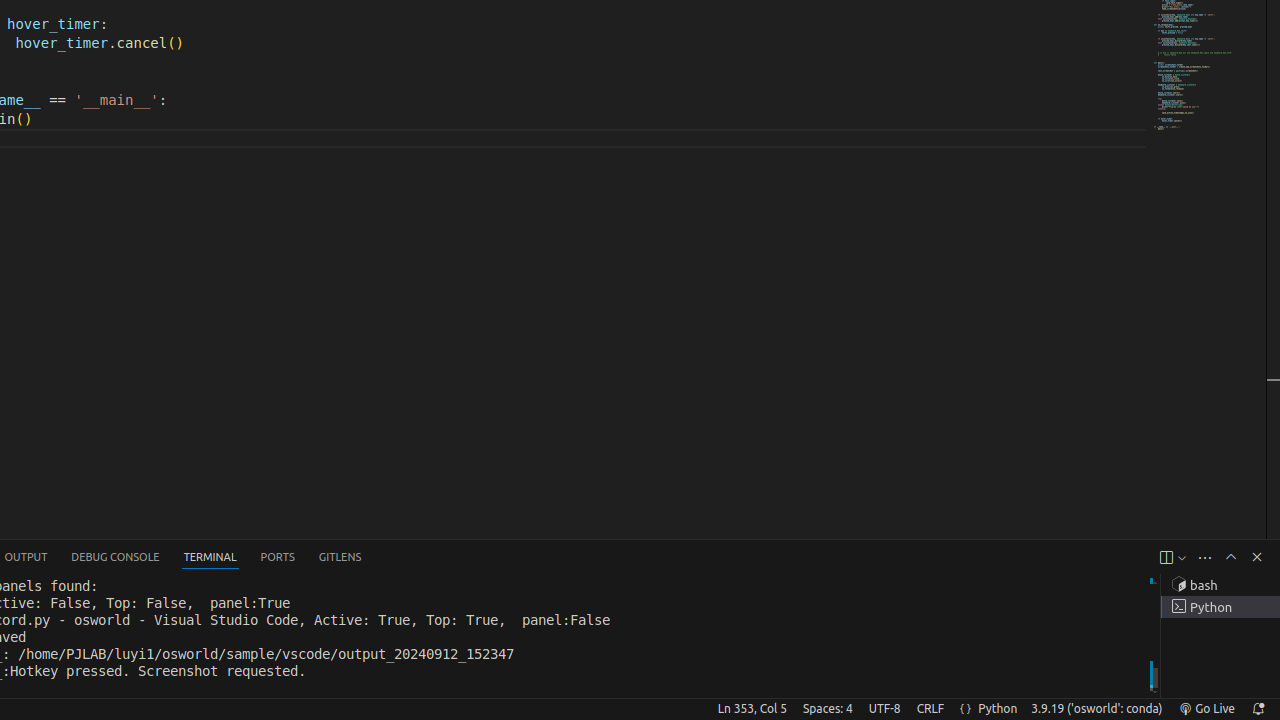  Describe the element at coordinates (827, 707) in the screenshot. I see `'Spaces: 4'` at that location.